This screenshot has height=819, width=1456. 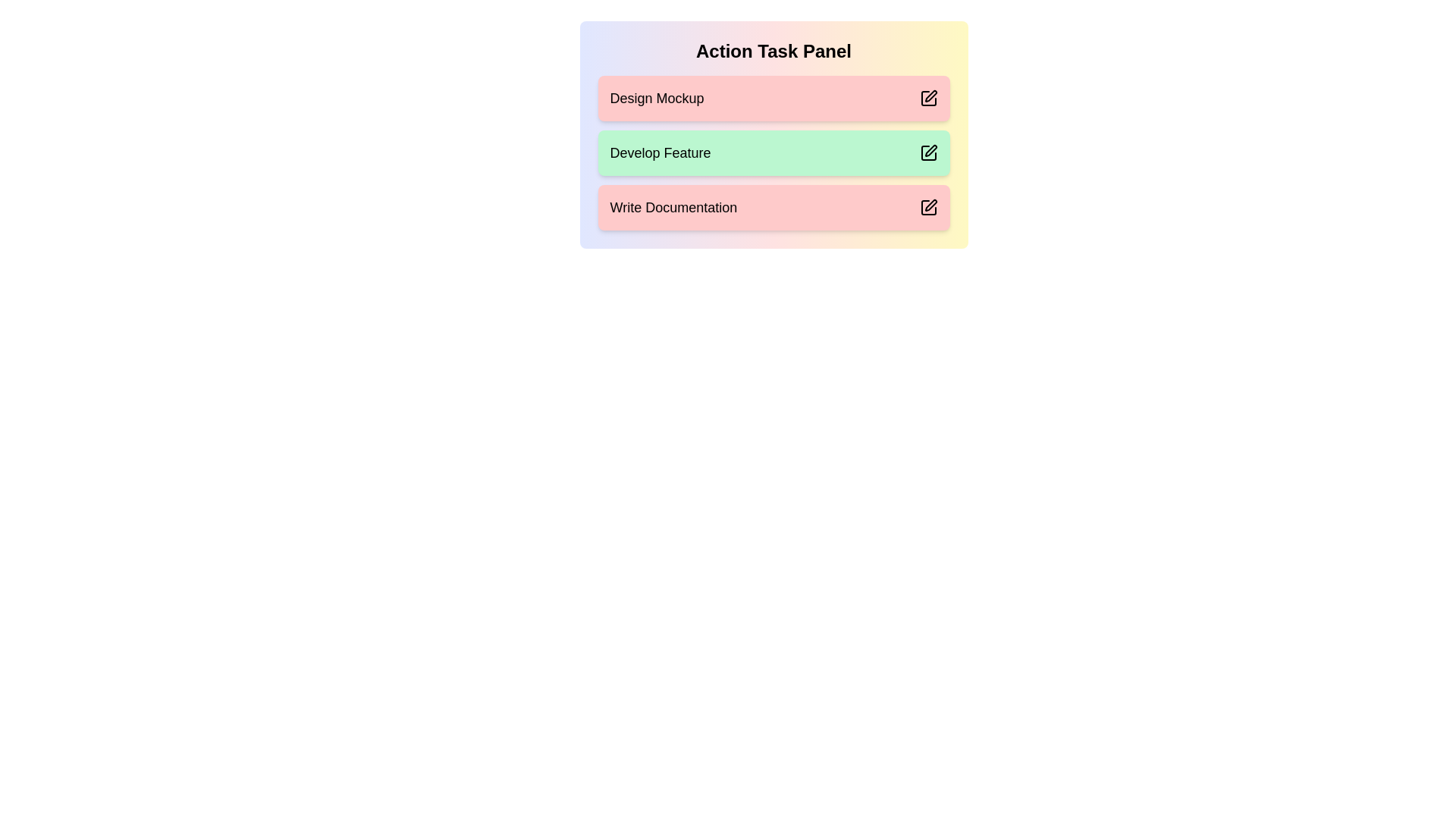 What do you see at coordinates (773, 99) in the screenshot?
I see `the task Design Mockup to observe its hover effect` at bounding box center [773, 99].